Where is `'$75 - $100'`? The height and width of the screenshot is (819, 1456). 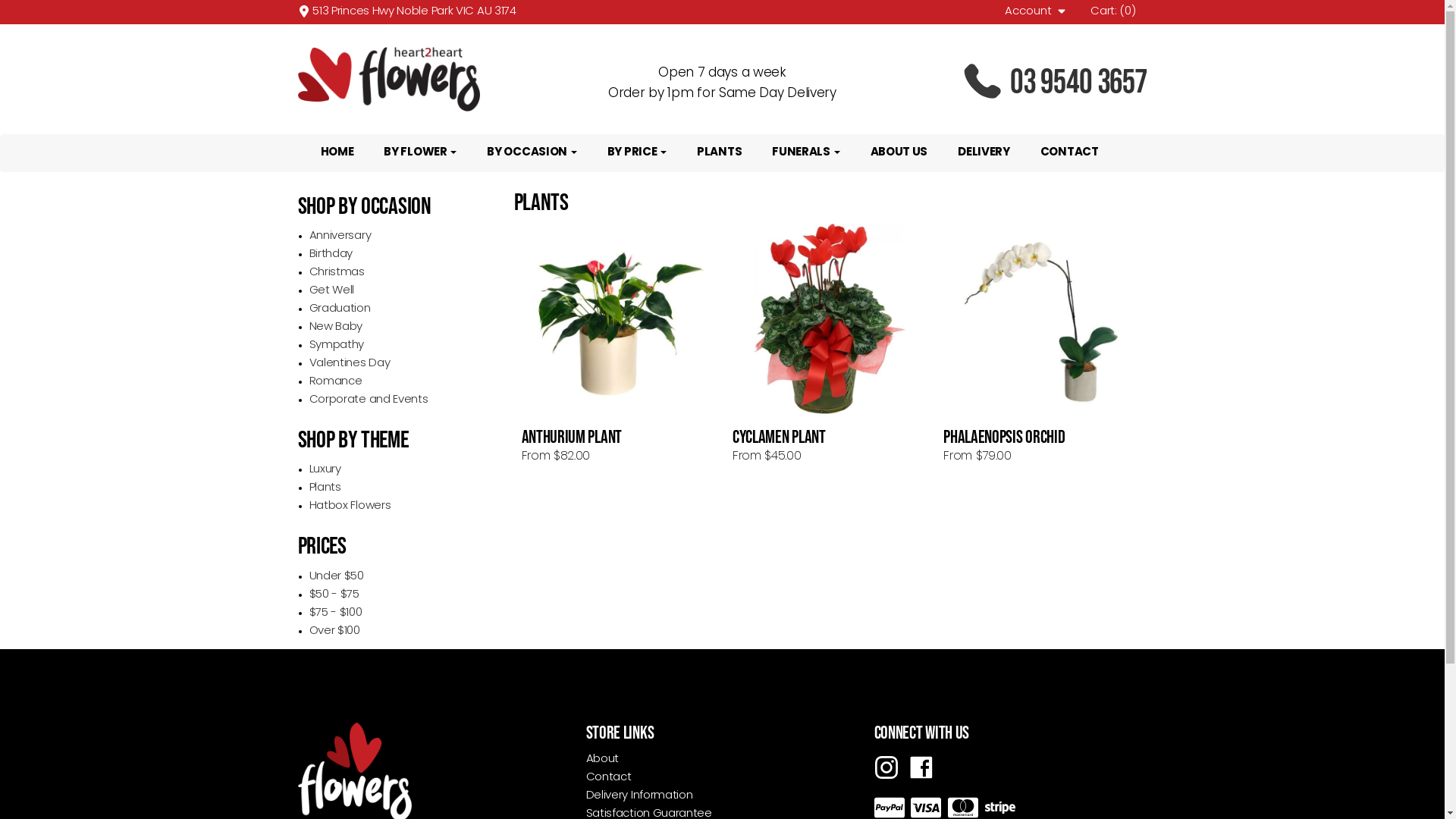
'$75 - $100' is located at coordinates (334, 612).